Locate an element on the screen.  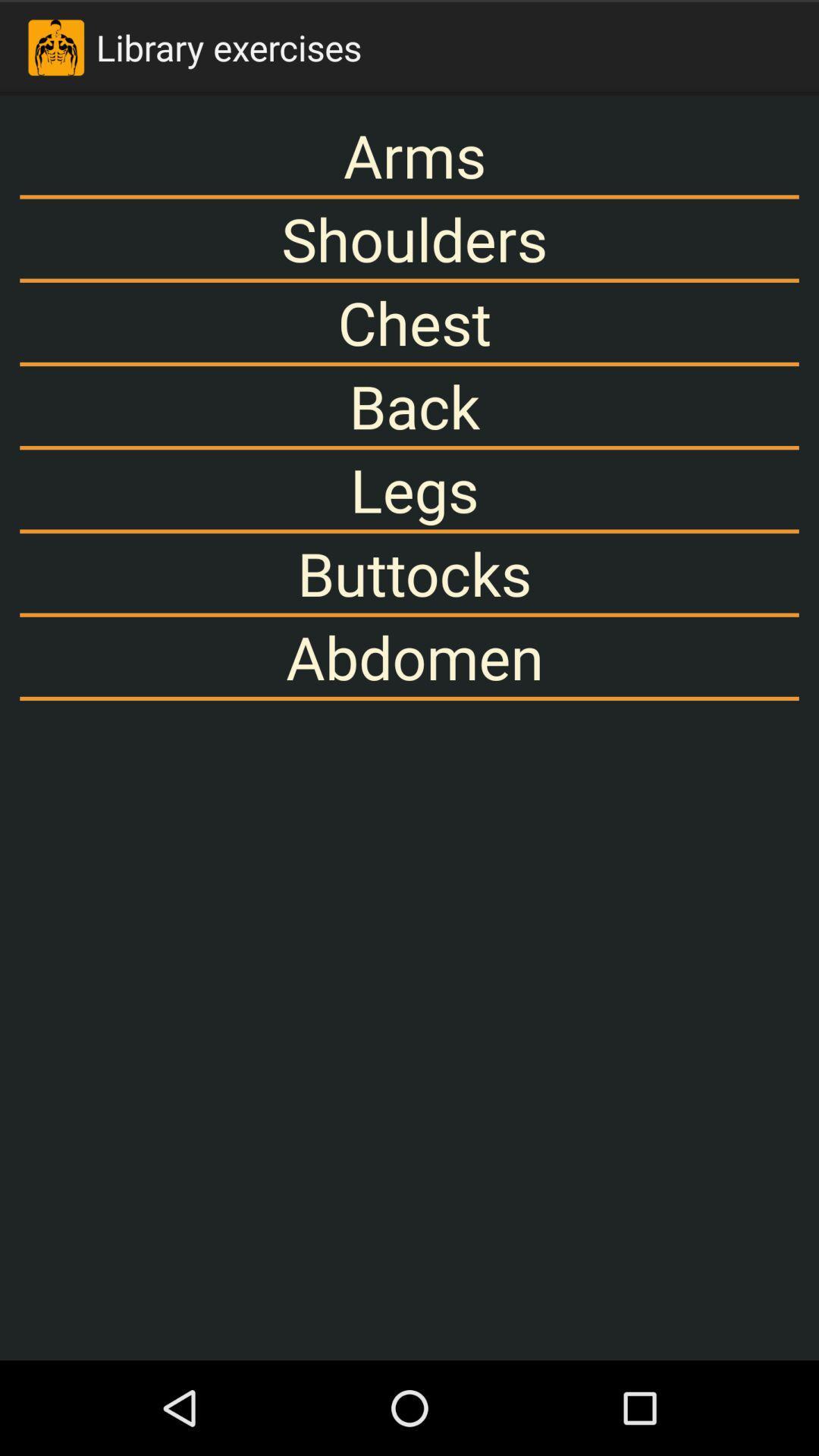
the item above the back icon is located at coordinates (409, 322).